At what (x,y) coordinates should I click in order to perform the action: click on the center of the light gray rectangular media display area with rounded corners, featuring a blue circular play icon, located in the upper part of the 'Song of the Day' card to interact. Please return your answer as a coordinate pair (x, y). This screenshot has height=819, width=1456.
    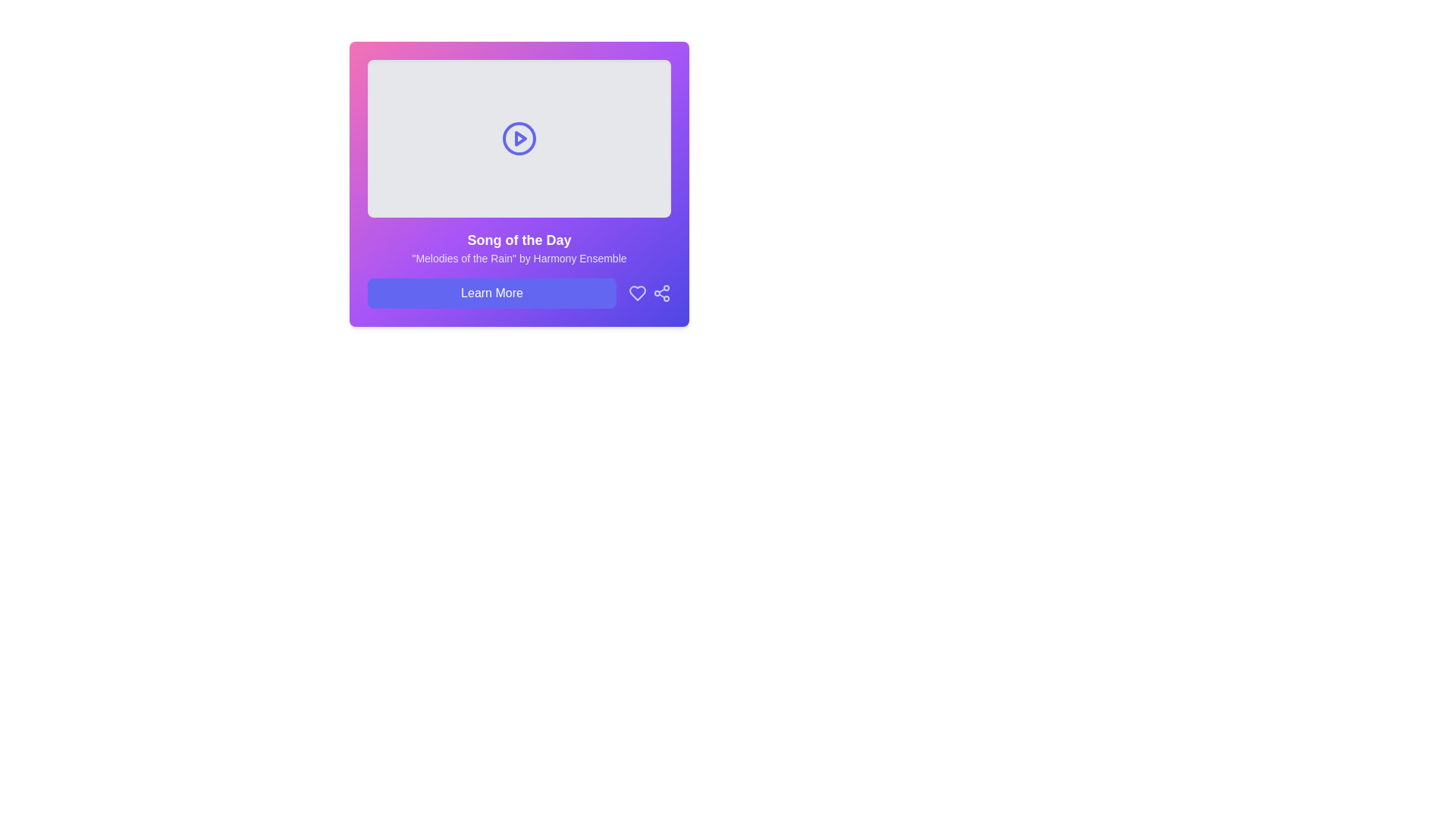
    Looking at the image, I should click on (519, 138).